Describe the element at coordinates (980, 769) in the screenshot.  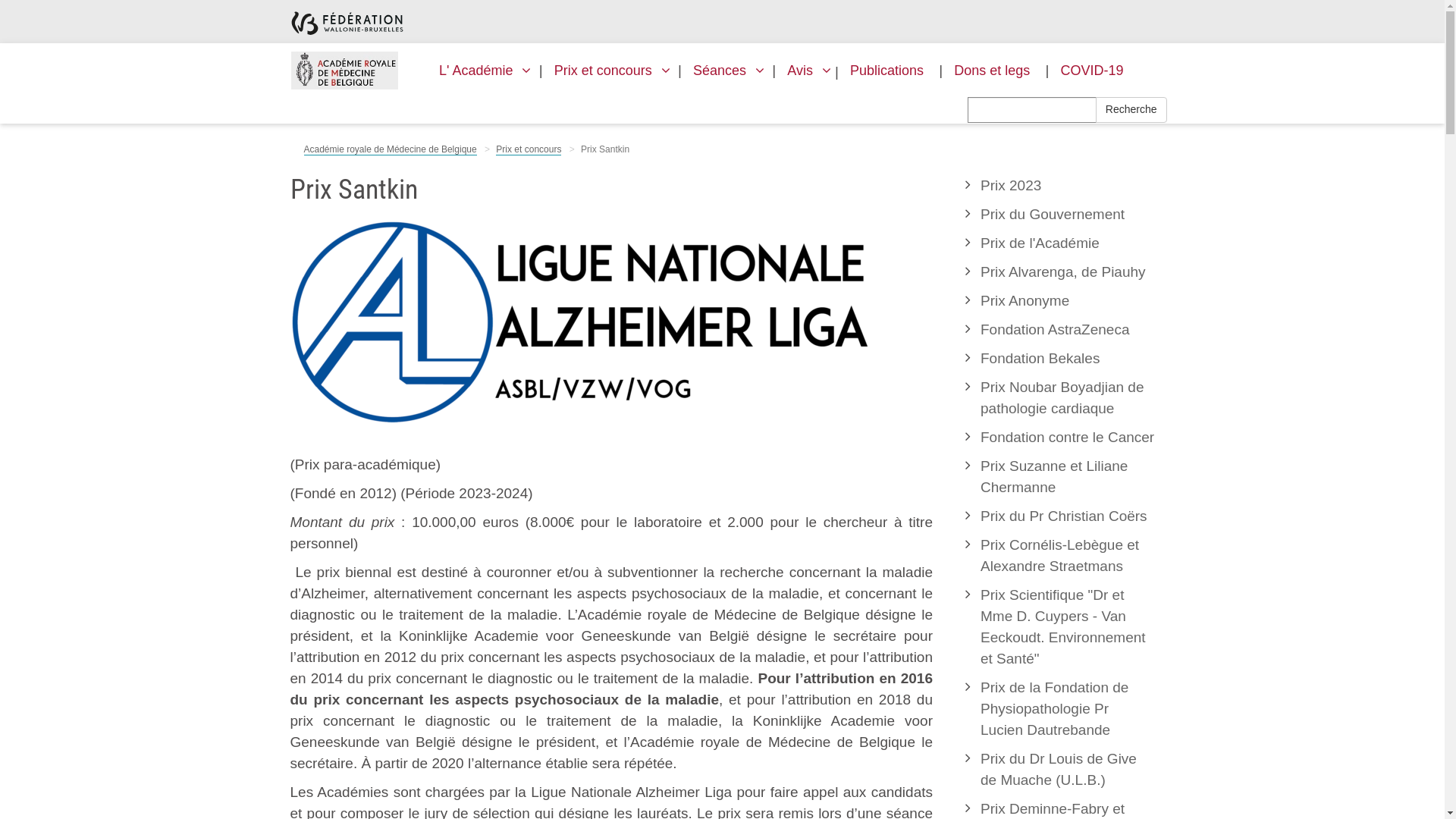
I see `'Prix du Dr Louis de Give de Muache (U.L.B.)'` at that location.